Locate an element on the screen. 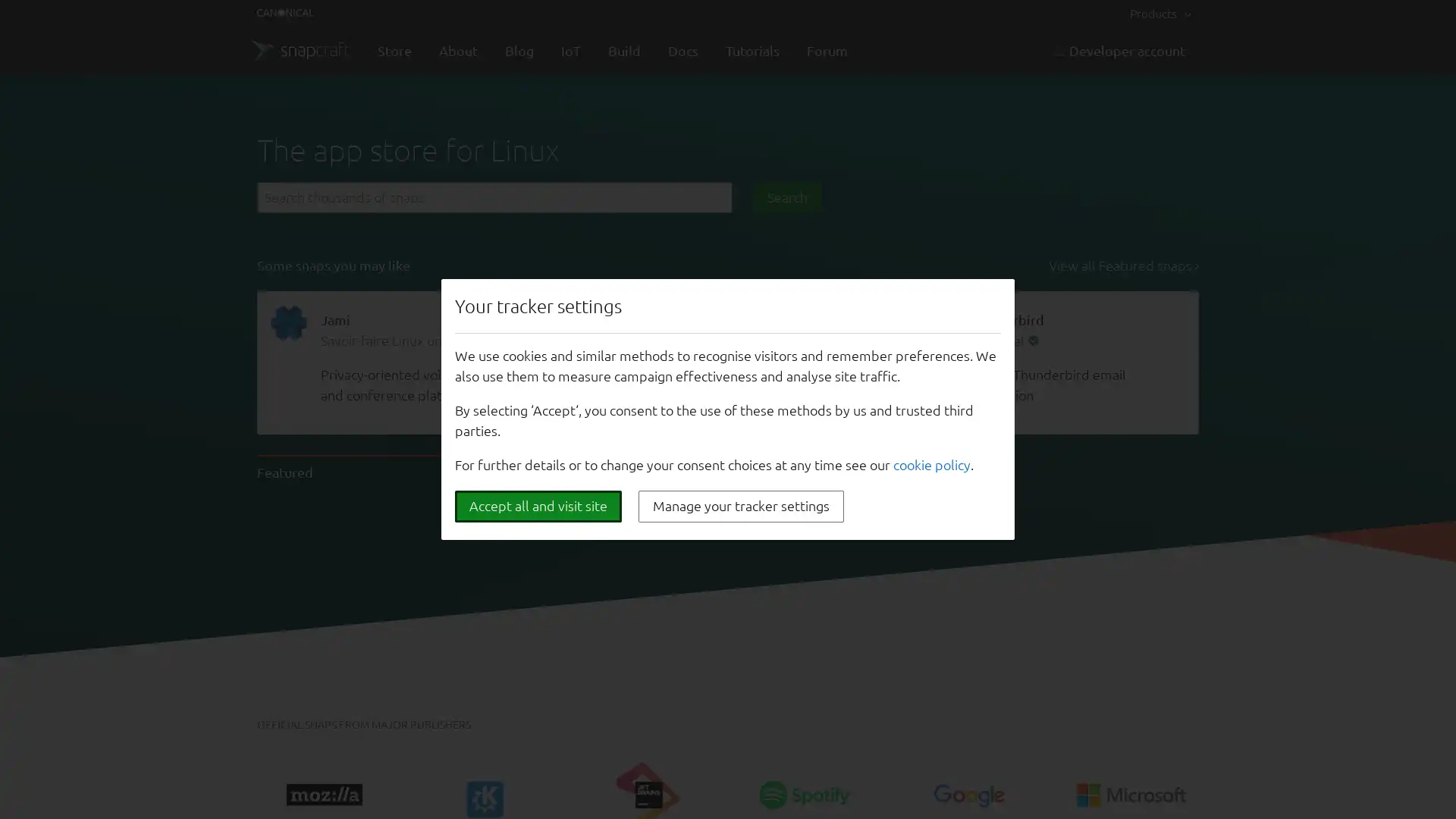 The height and width of the screenshot is (819, 1456). Manage your tracker settings is located at coordinates (741, 506).